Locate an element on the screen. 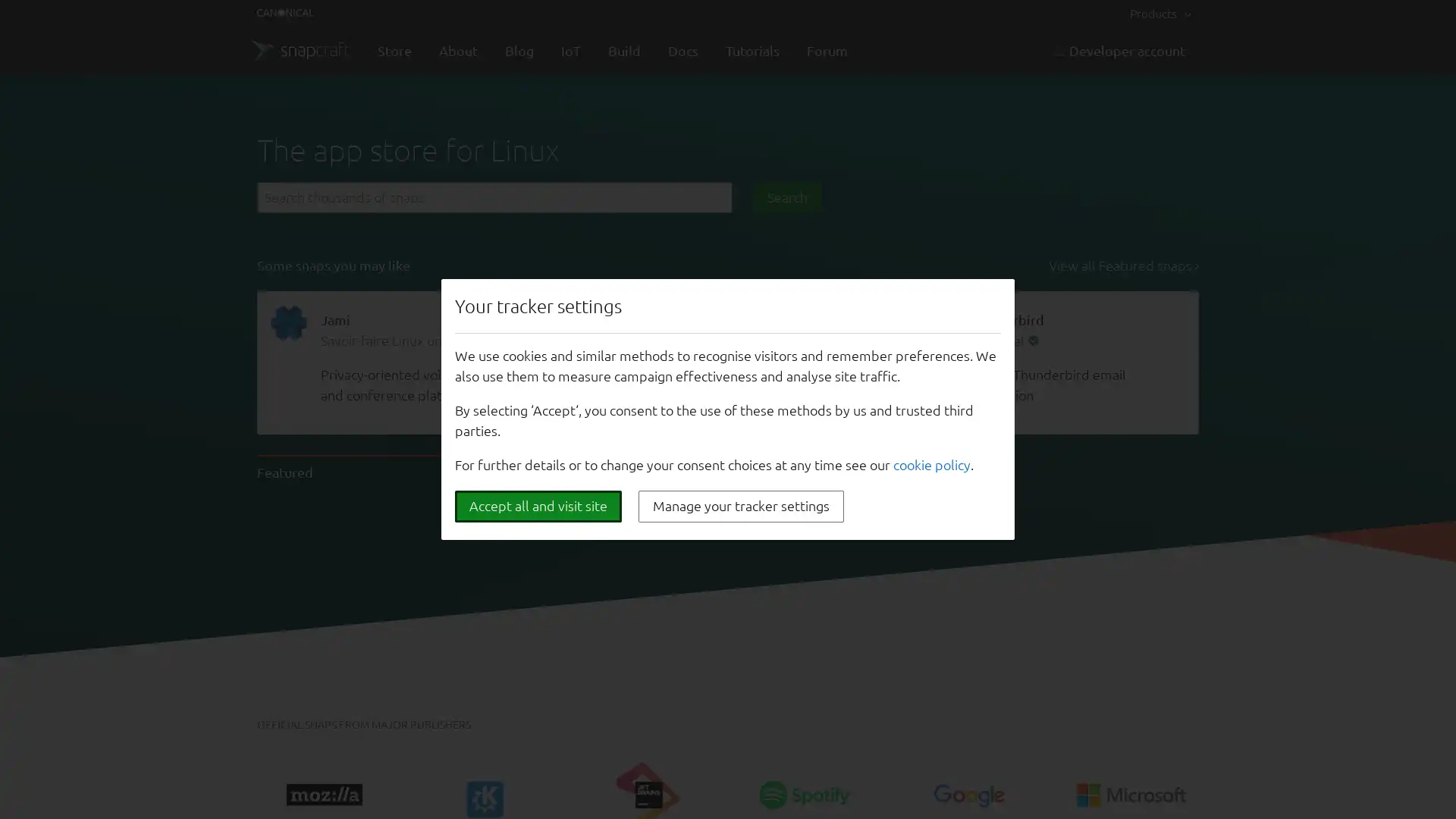 The height and width of the screenshot is (819, 1456). Manage your tracker settings is located at coordinates (741, 506).